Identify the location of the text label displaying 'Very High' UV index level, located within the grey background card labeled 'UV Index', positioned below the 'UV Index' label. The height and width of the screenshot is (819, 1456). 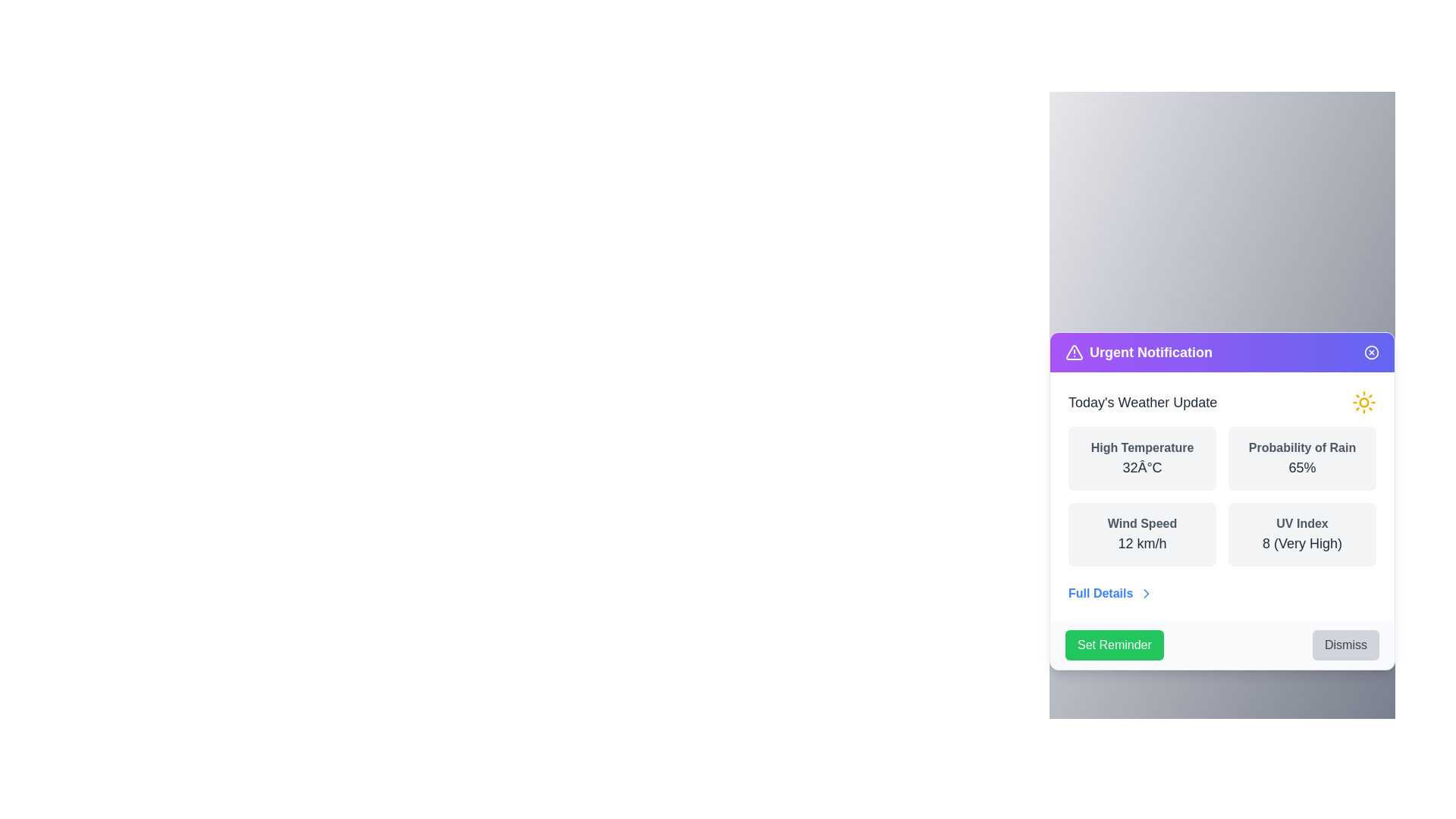
(1301, 543).